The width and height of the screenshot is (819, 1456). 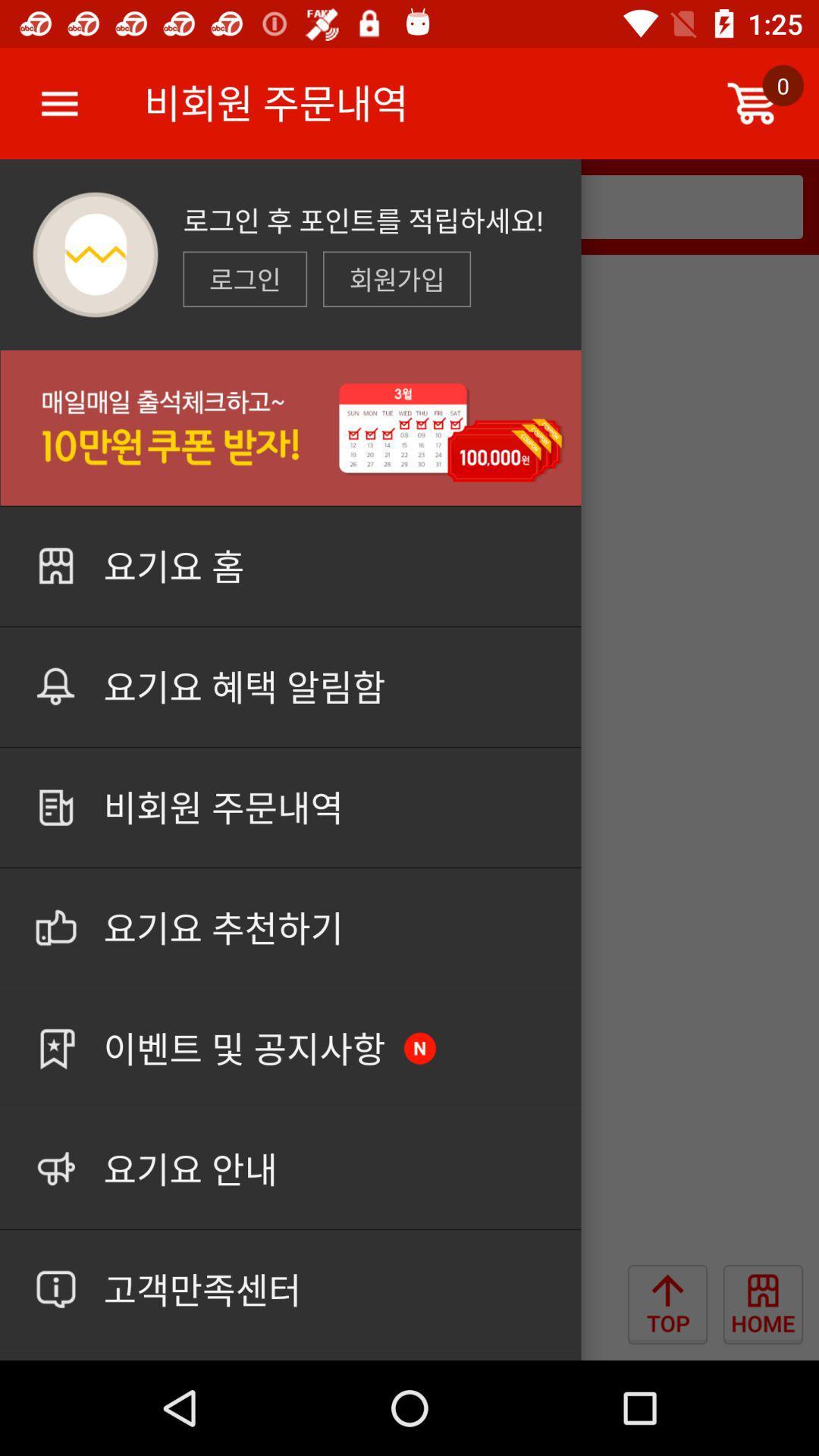 I want to click on the second text right to the circle, so click(x=396, y=279).